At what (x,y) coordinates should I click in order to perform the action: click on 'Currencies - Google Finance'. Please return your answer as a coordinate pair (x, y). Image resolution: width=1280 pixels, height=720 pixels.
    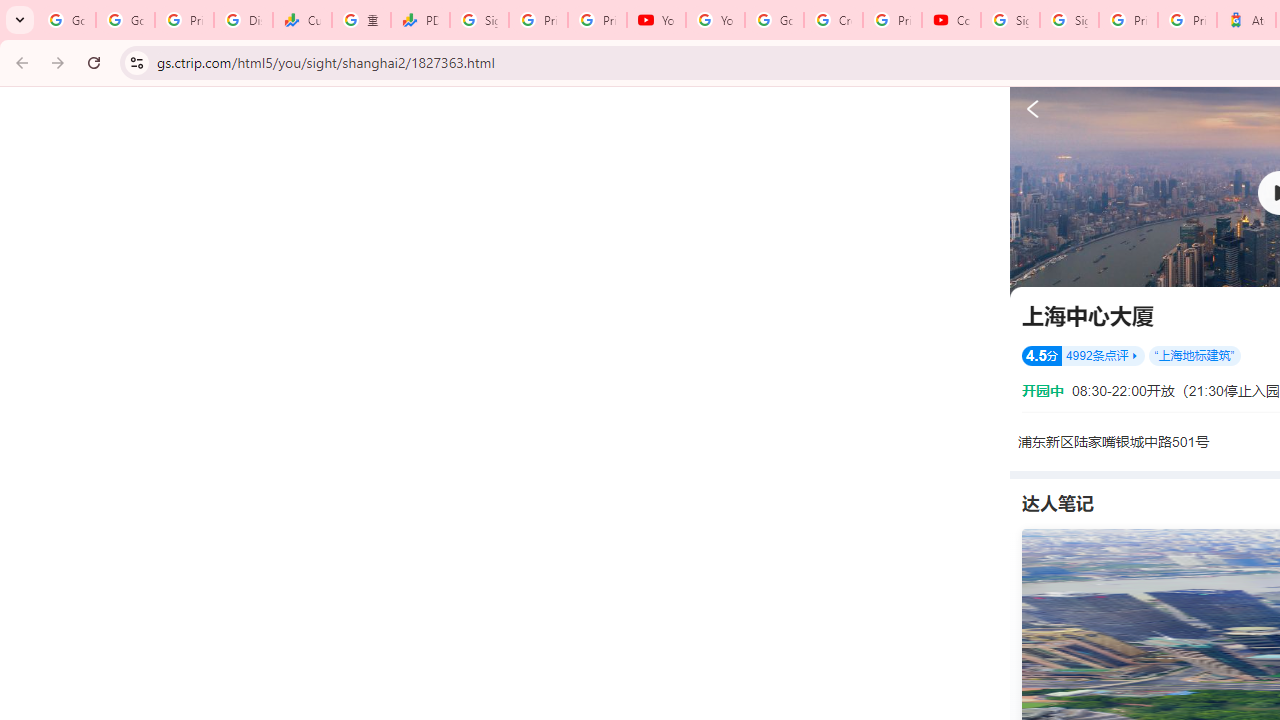
    Looking at the image, I should click on (301, 20).